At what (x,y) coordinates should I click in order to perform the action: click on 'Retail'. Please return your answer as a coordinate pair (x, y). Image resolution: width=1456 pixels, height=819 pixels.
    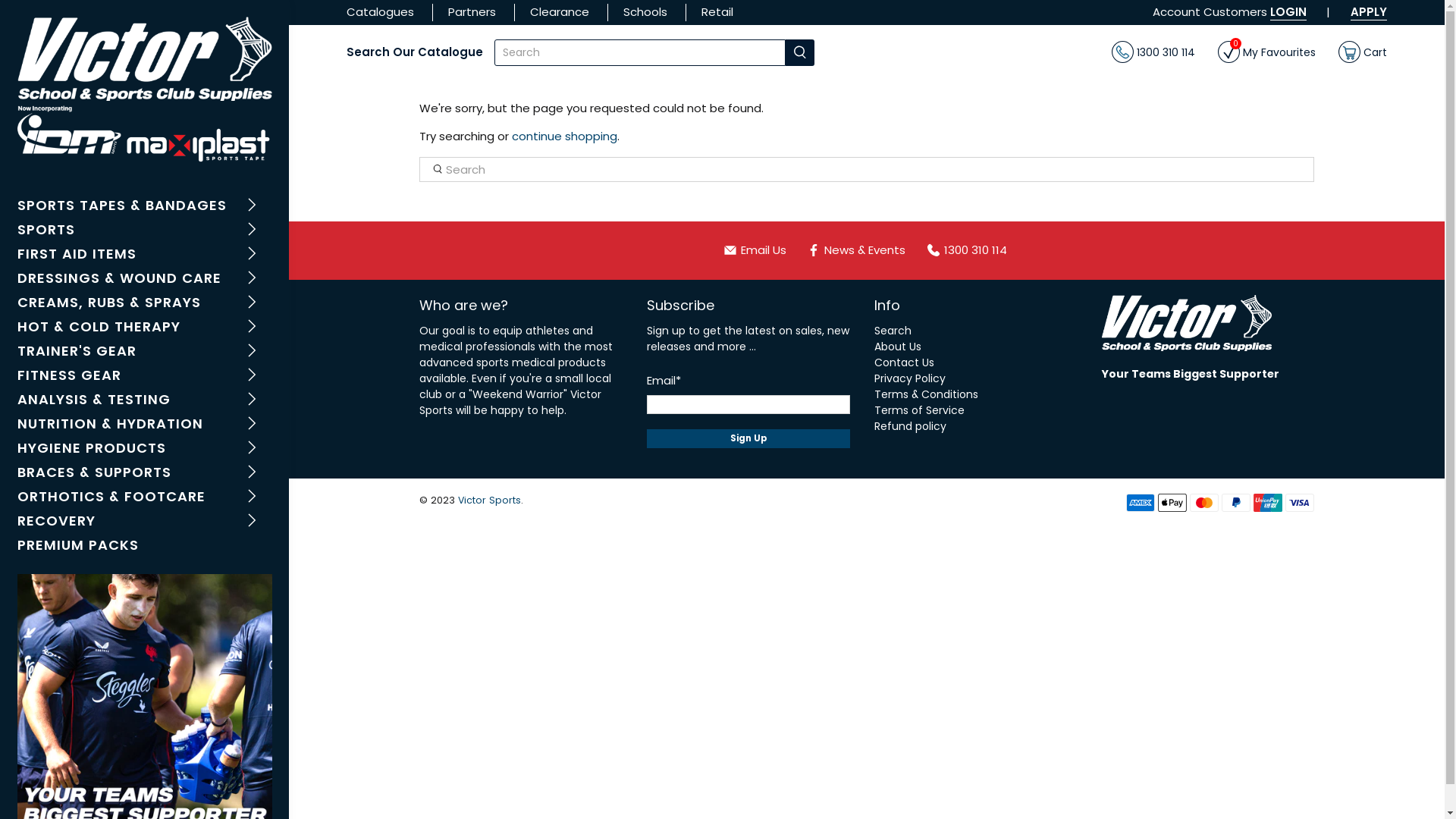
    Looking at the image, I should click on (716, 11).